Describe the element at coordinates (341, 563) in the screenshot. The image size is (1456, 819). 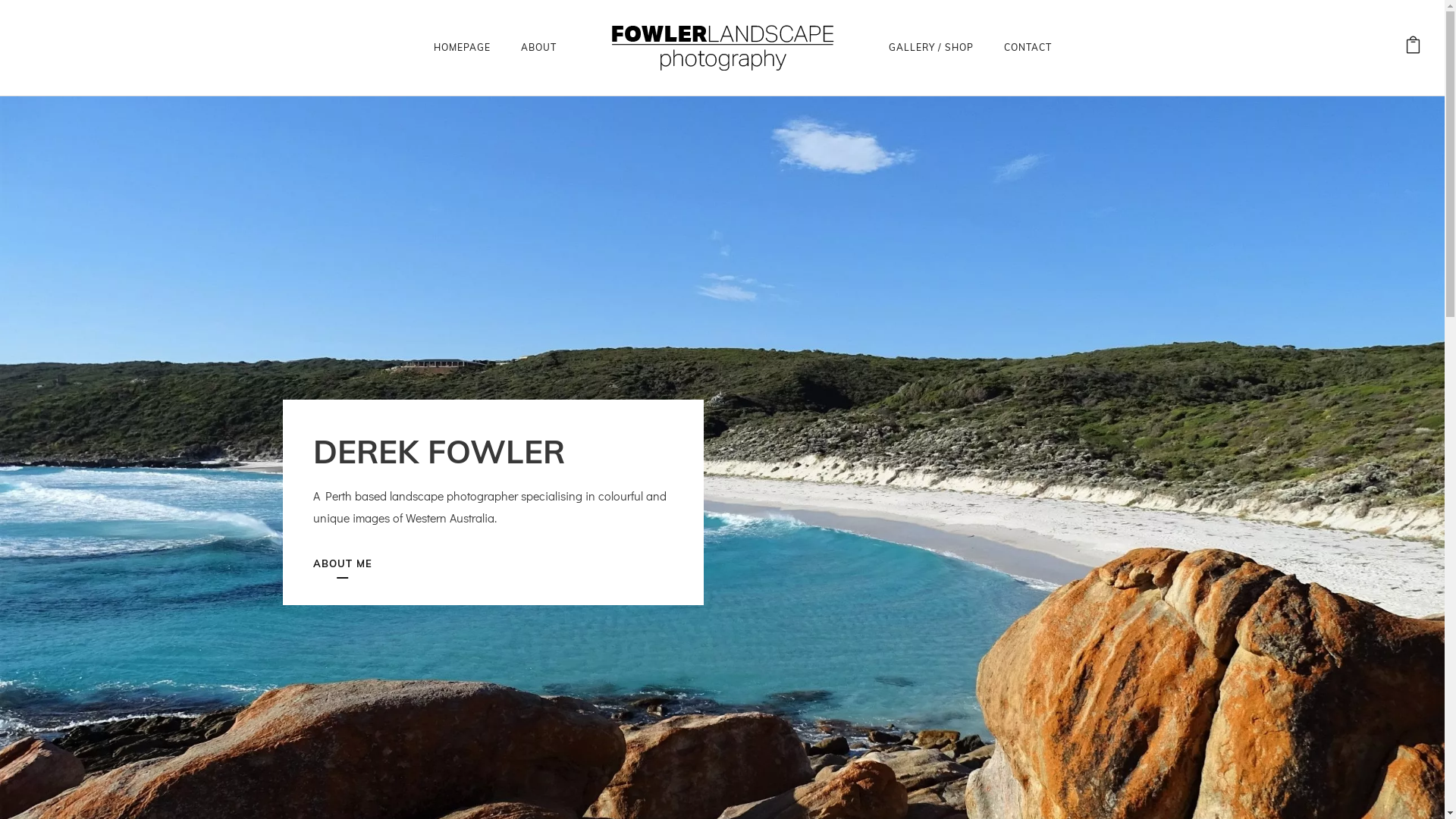
I see `'ABOUT ME'` at that location.